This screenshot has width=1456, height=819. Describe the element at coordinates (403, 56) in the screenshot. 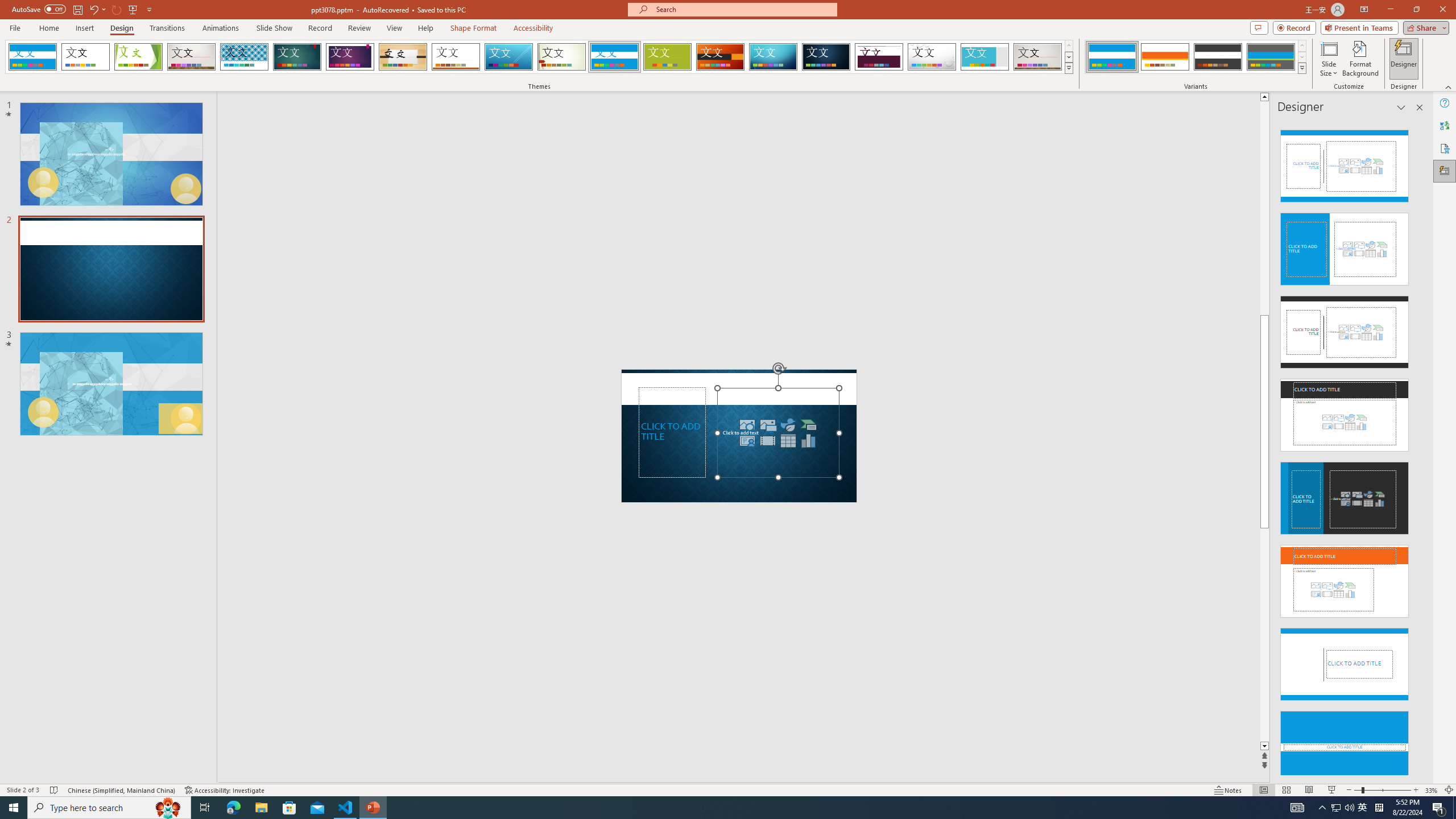

I see `'Organic'` at that location.